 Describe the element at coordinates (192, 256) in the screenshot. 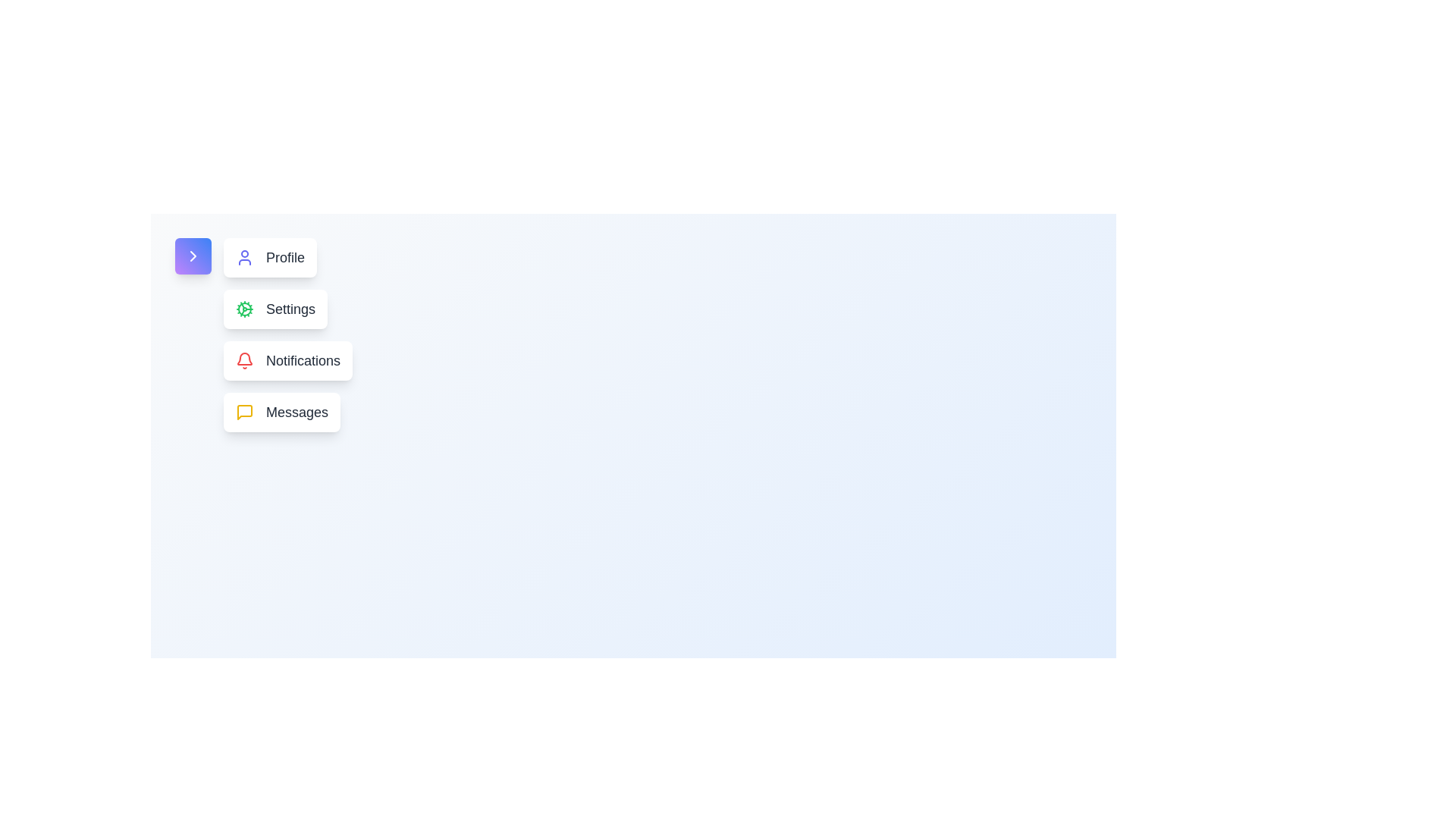

I see `the toggle button to open or close the menu` at that location.